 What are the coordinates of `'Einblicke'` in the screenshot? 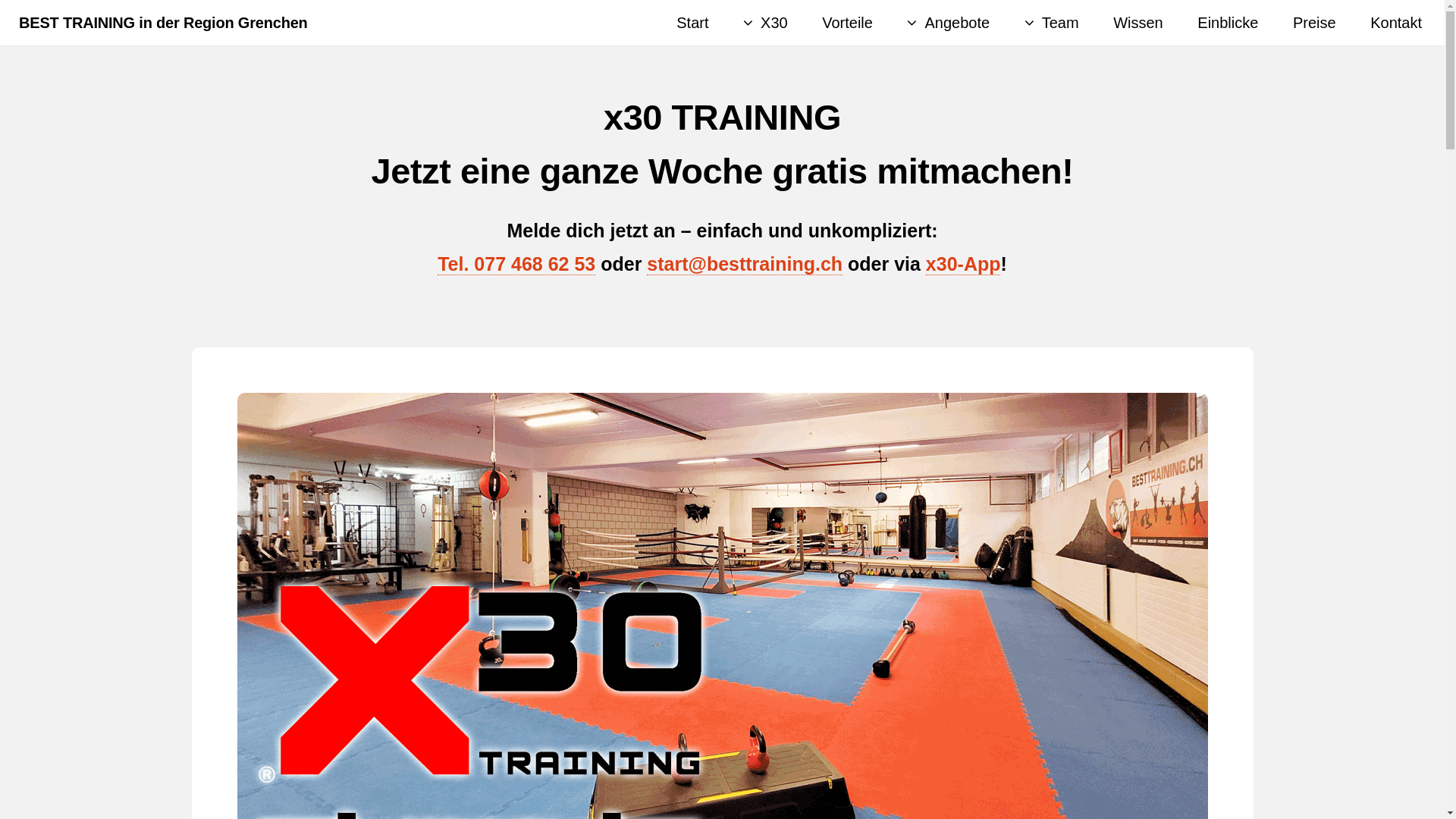 It's located at (1227, 23).